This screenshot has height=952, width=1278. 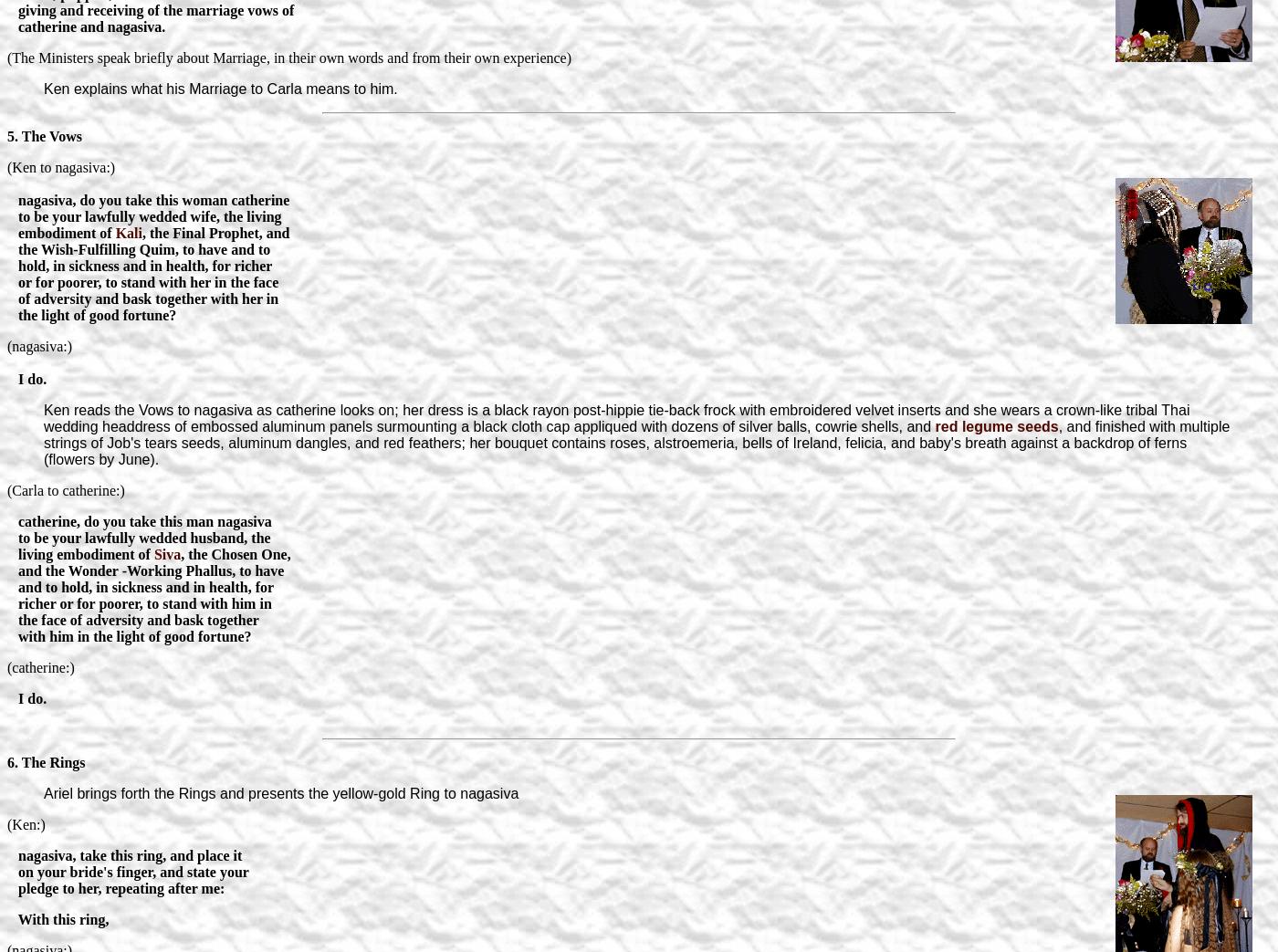 I want to click on '(Ken:)', so click(x=26, y=822).